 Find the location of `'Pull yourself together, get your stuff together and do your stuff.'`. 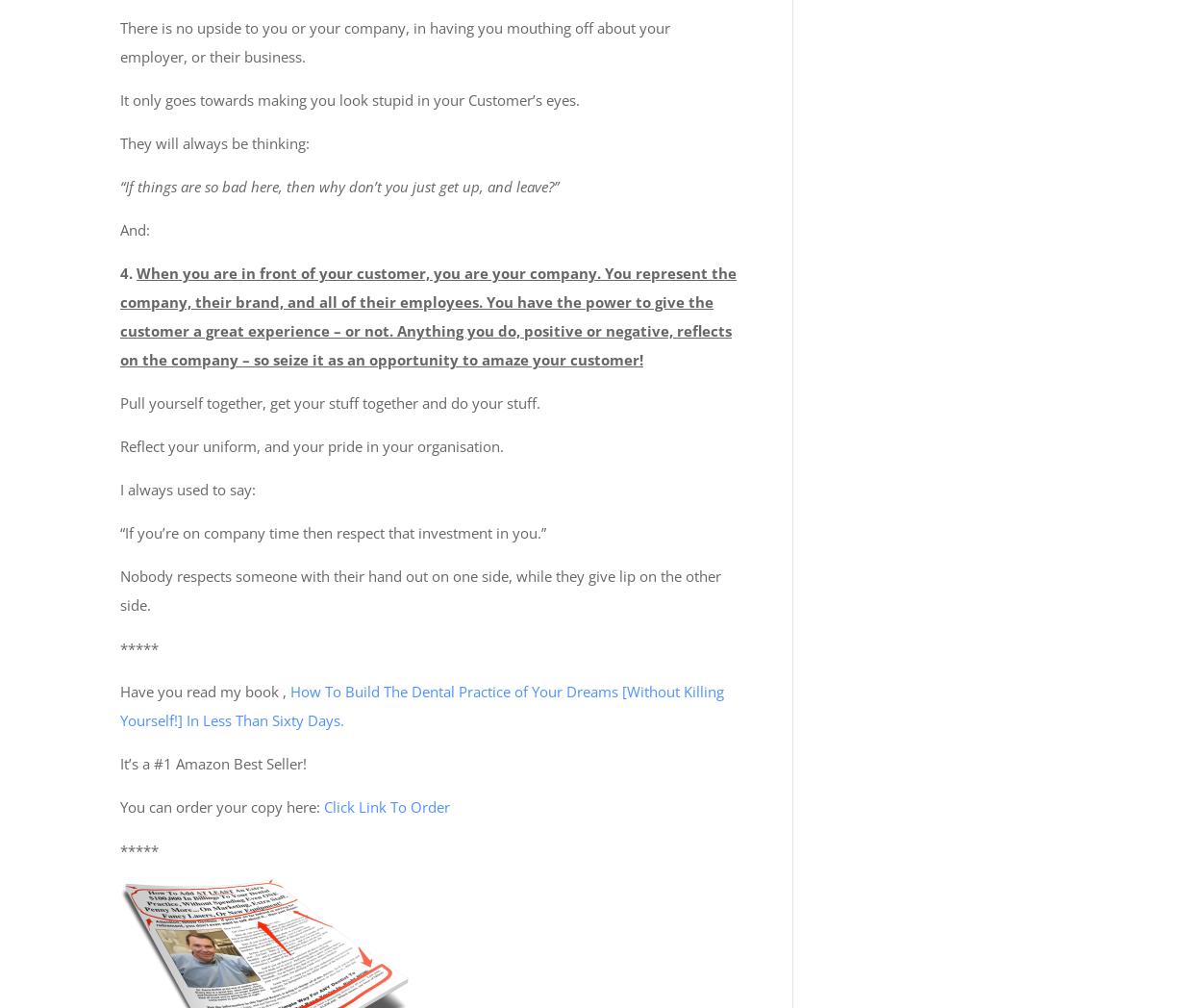

'Pull yourself together, get your stuff together and do your stuff.' is located at coordinates (329, 402).